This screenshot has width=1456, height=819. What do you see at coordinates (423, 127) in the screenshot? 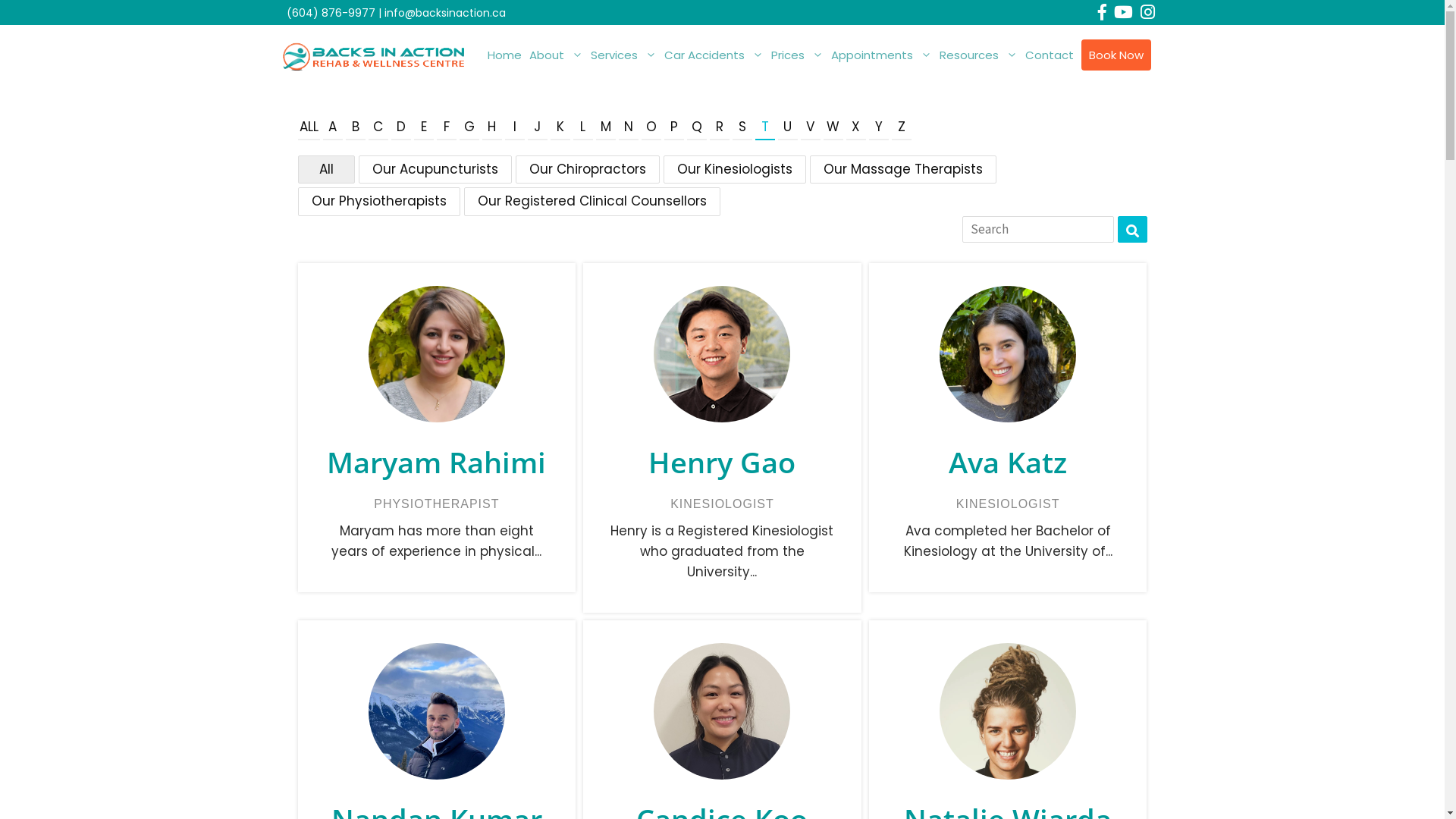
I see `'E'` at bounding box center [423, 127].